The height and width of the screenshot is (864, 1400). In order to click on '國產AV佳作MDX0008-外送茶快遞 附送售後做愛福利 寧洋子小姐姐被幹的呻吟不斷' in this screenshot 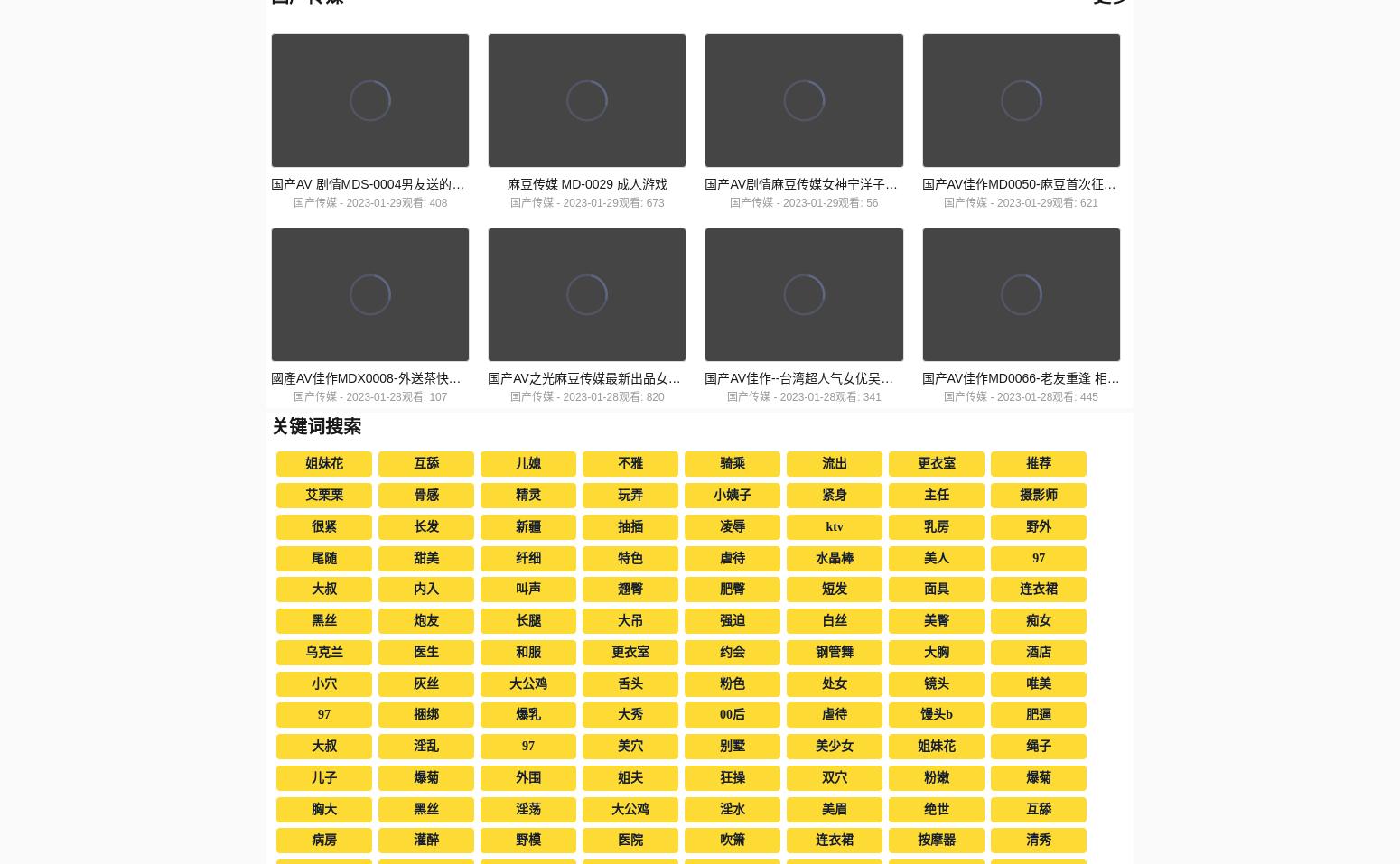, I will do `click(501, 376)`.